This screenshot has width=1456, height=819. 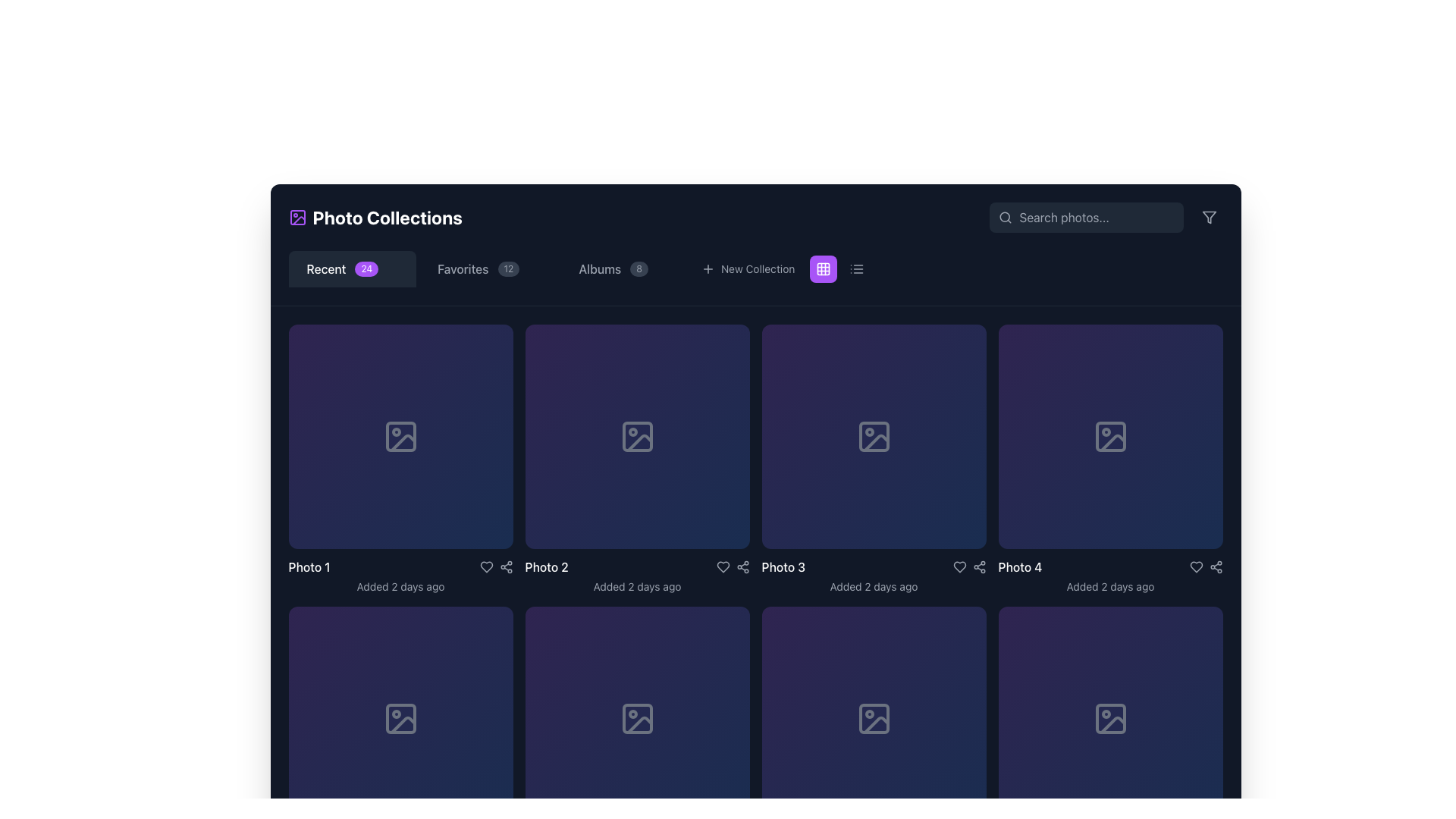 I want to click on the Counter label, which is a small, rounded rectangle with a dark gray background displaying the number '12', located directly to the right of the text 'Favorites' in the horizontal navigation bar, so click(x=508, y=268).